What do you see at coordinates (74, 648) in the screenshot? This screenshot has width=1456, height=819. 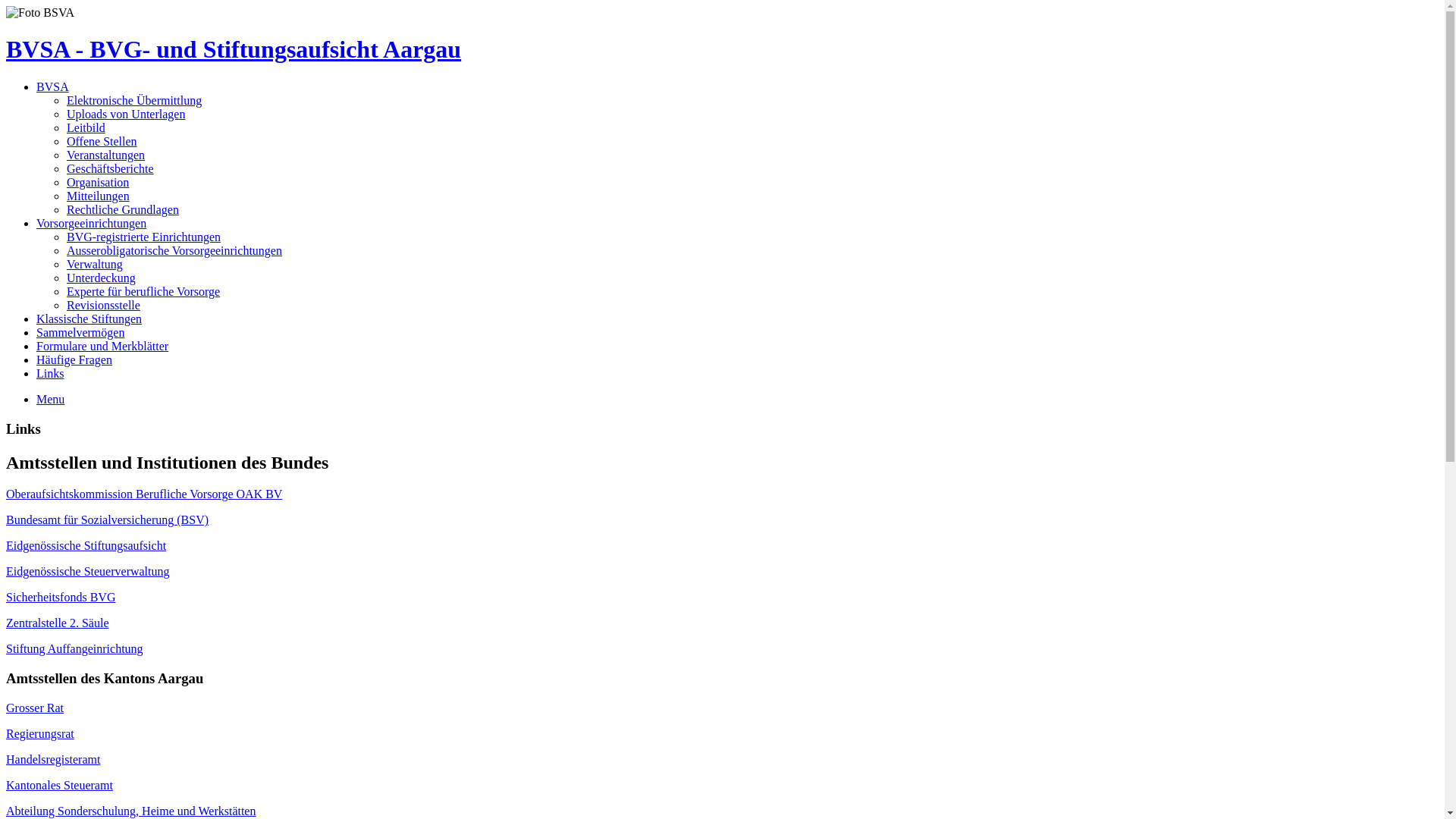 I see `'Stiftung Auffangeinrichtung'` at bounding box center [74, 648].